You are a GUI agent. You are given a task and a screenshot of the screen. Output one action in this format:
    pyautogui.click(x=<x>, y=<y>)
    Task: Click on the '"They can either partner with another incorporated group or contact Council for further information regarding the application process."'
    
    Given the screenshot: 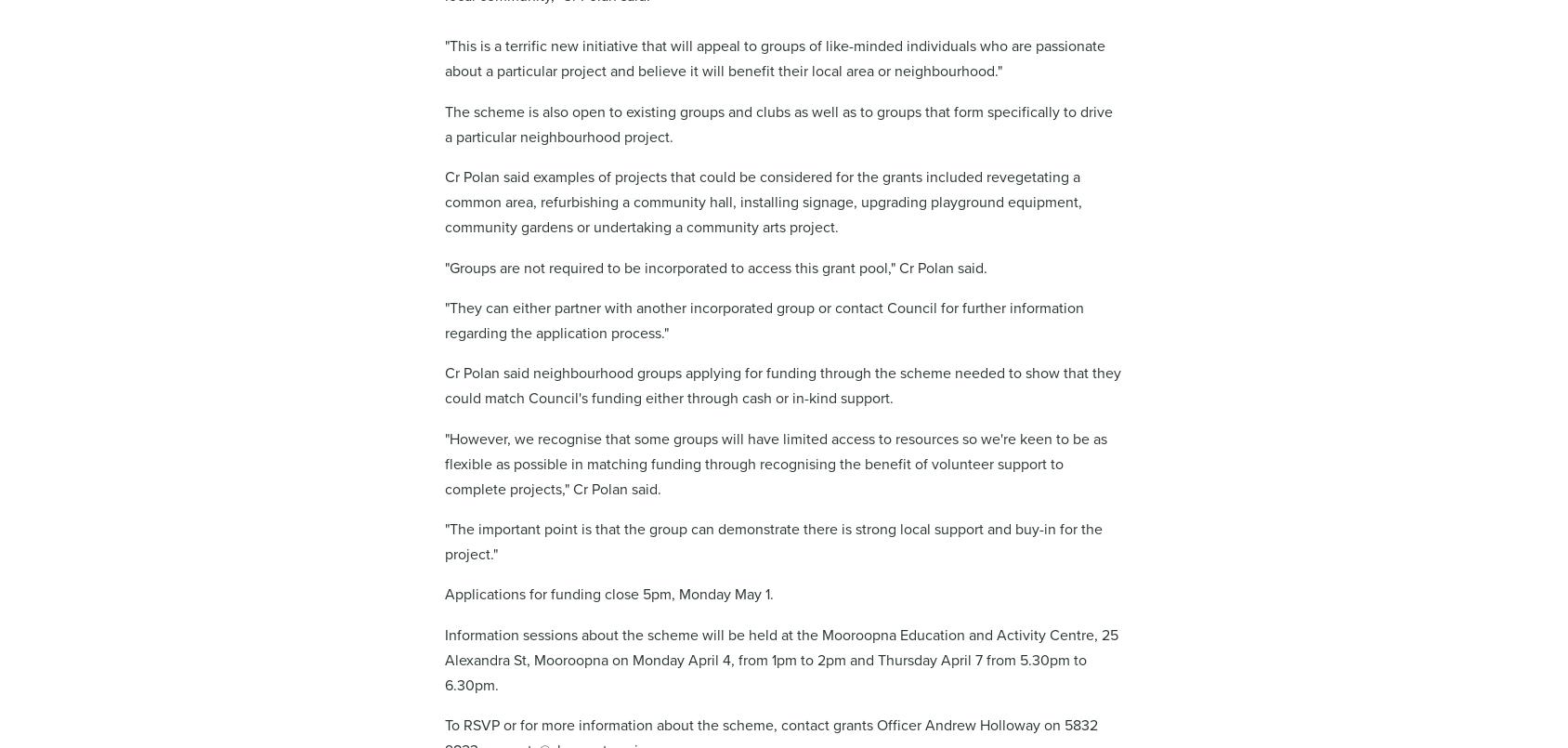 What is the action you would take?
    pyautogui.click(x=764, y=319)
    